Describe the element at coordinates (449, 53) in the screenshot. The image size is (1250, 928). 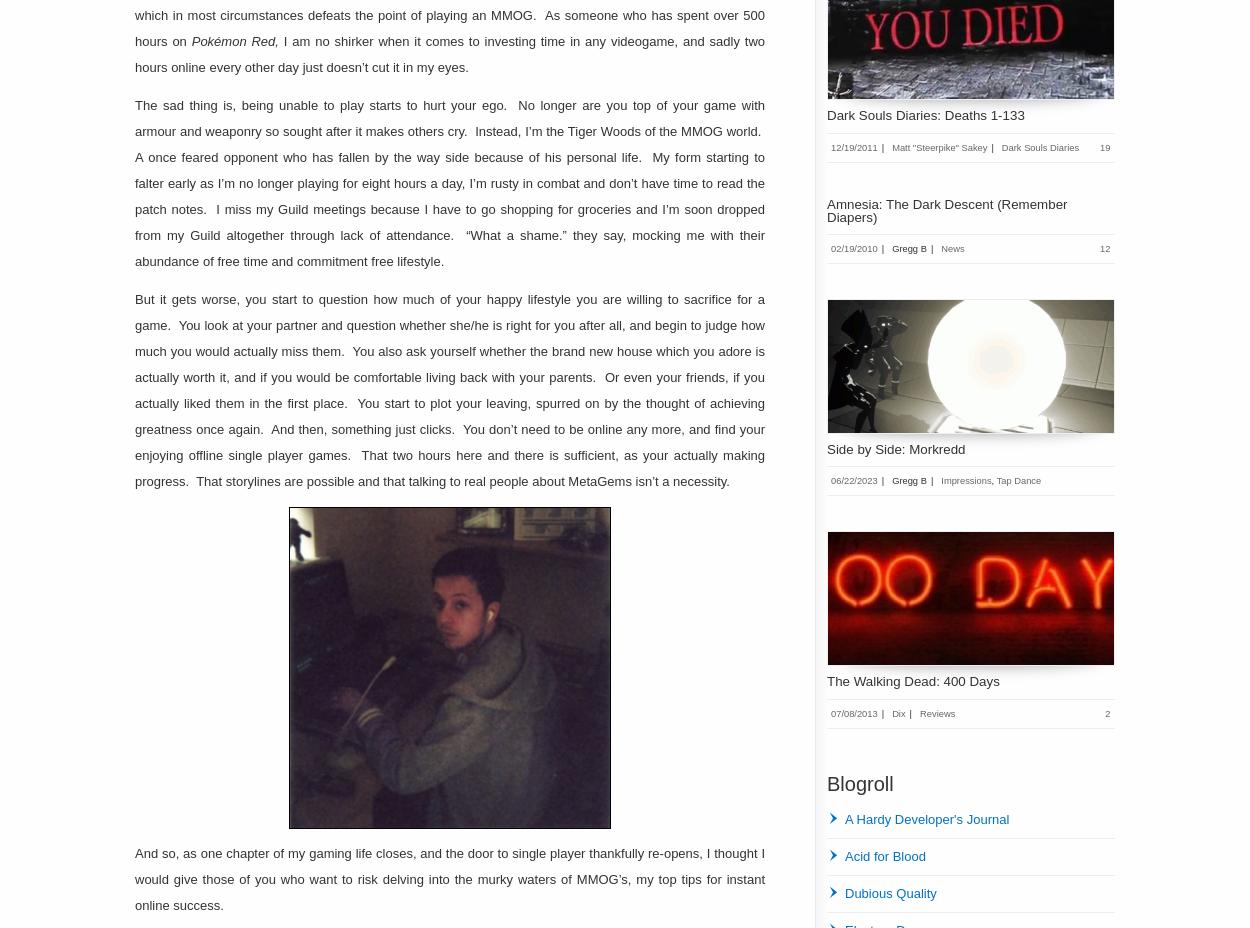
I see `'I am no shirker when it comes to investing time in any videogame, and sadly two hours online every other day just doesn’t cut it in my eyes.'` at that location.